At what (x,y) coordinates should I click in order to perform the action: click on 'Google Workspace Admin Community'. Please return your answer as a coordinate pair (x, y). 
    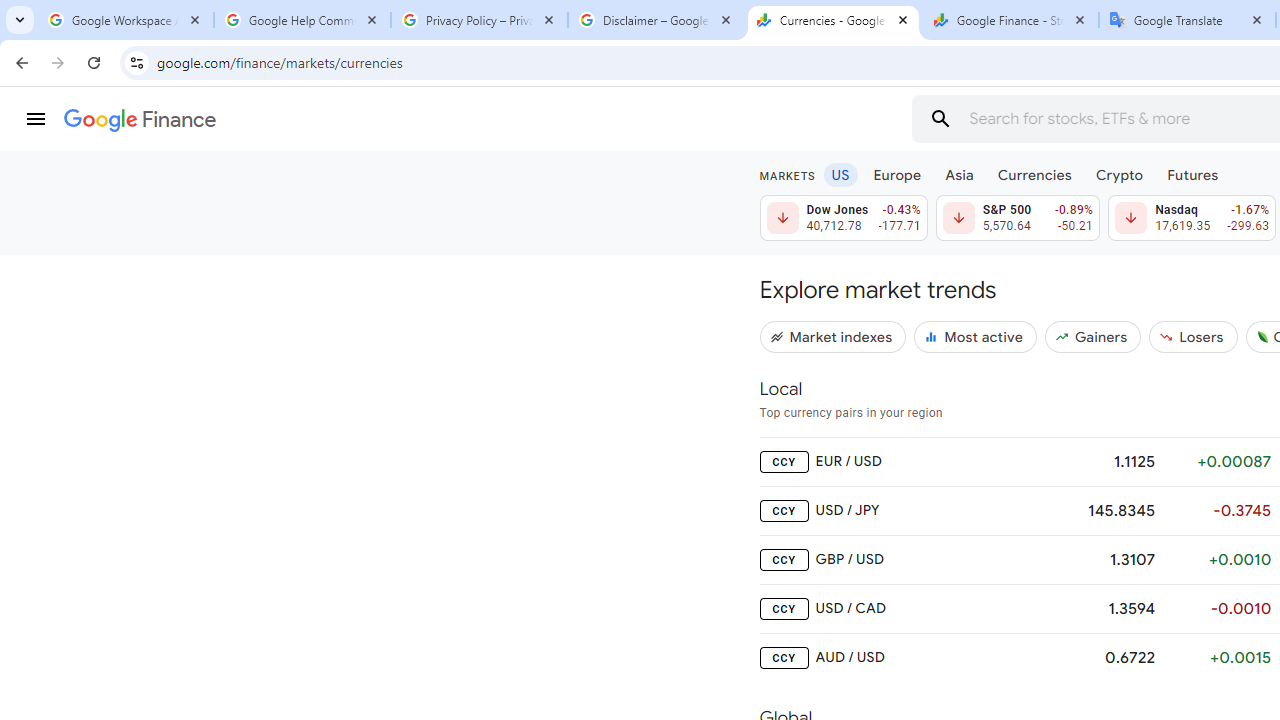
    Looking at the image, I should click on (124, 20).